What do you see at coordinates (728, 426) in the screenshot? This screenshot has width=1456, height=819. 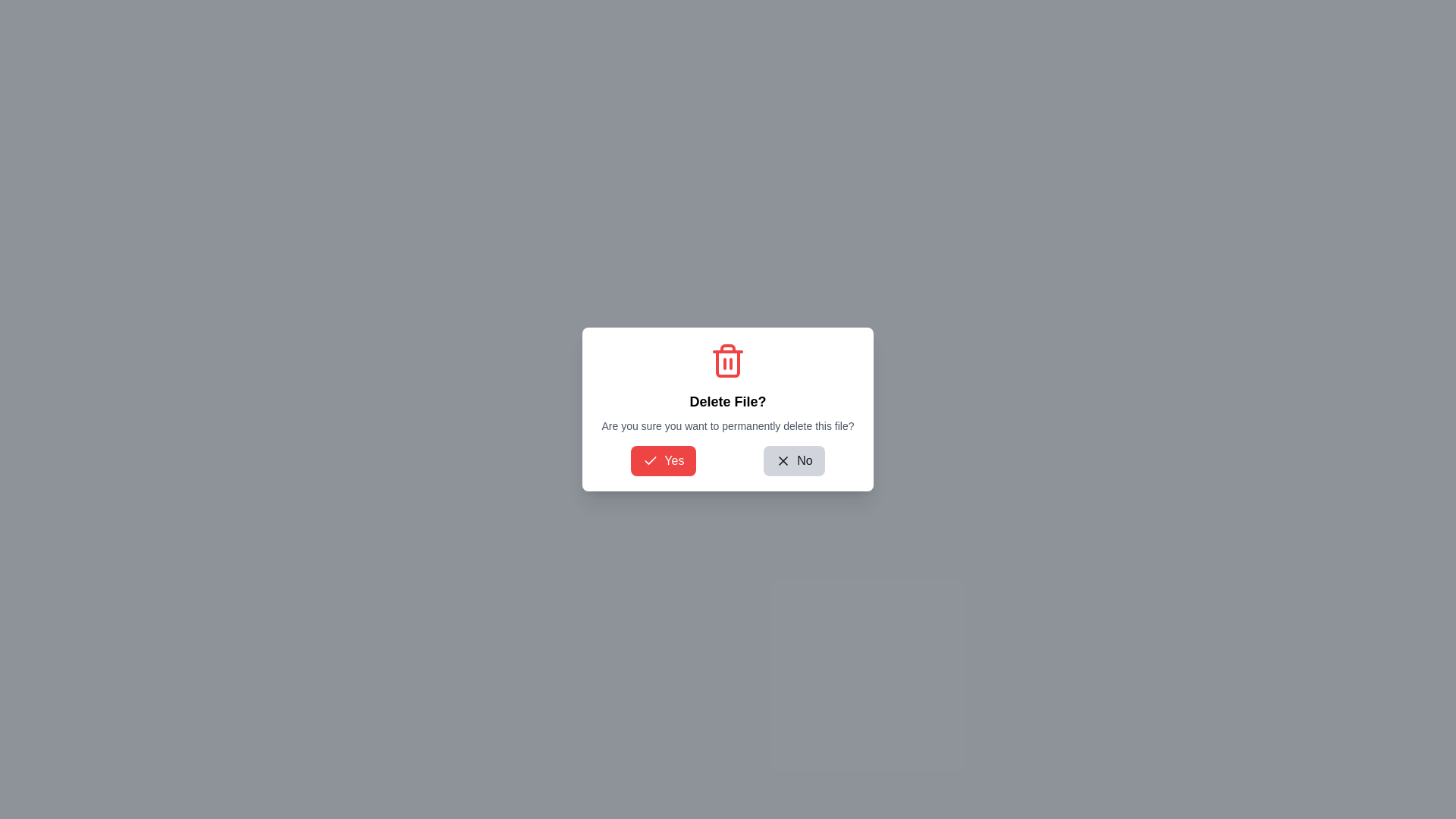 I see `the Text Label that asks for confirmation about the deletion of a file, positioned below the heading 'Delete File?' and above the 'Yes' and 'No' buttons` at bounding box center [728, 426].